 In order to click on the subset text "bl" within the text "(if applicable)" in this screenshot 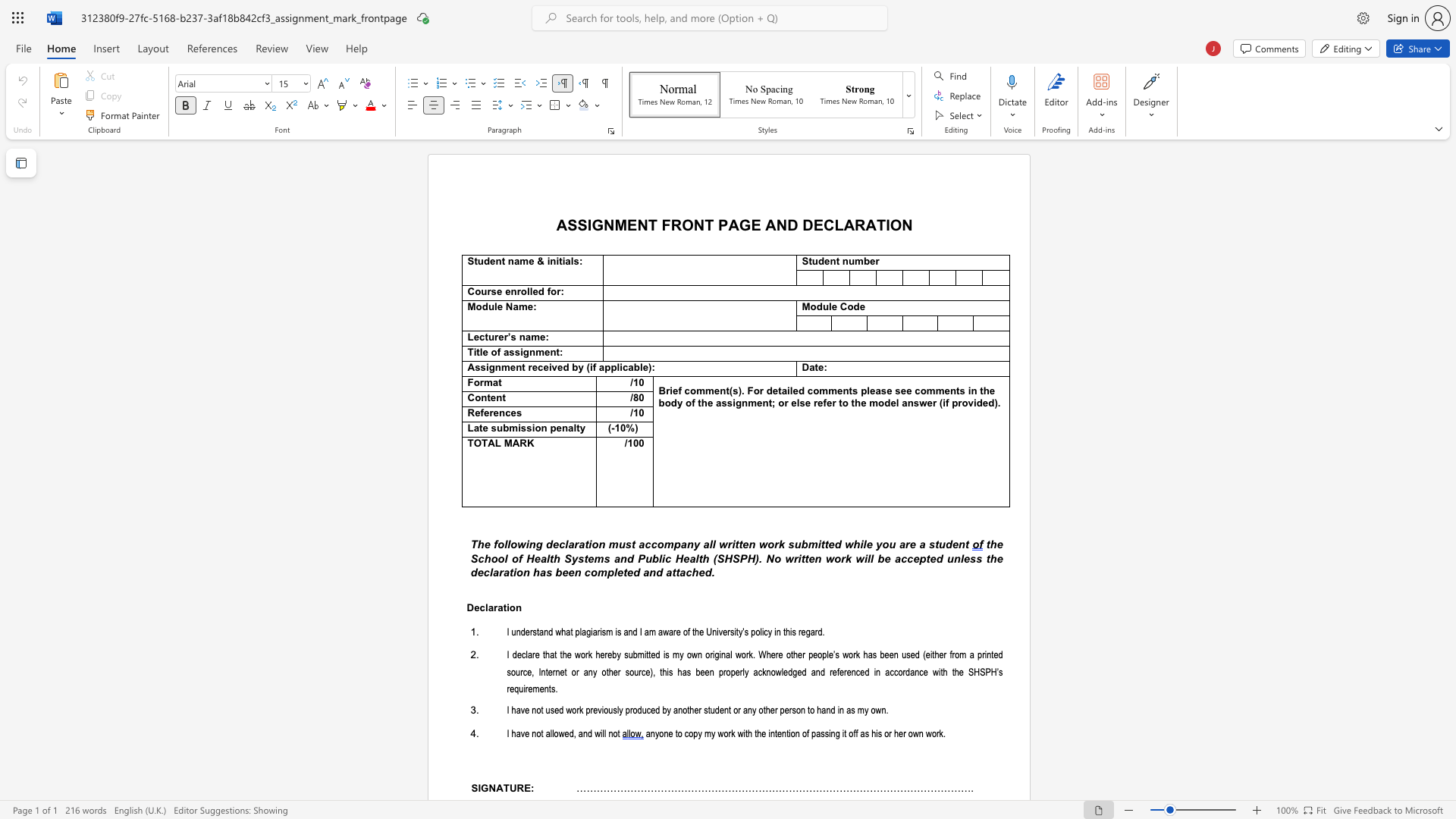, I will do `click(633, 368)`.